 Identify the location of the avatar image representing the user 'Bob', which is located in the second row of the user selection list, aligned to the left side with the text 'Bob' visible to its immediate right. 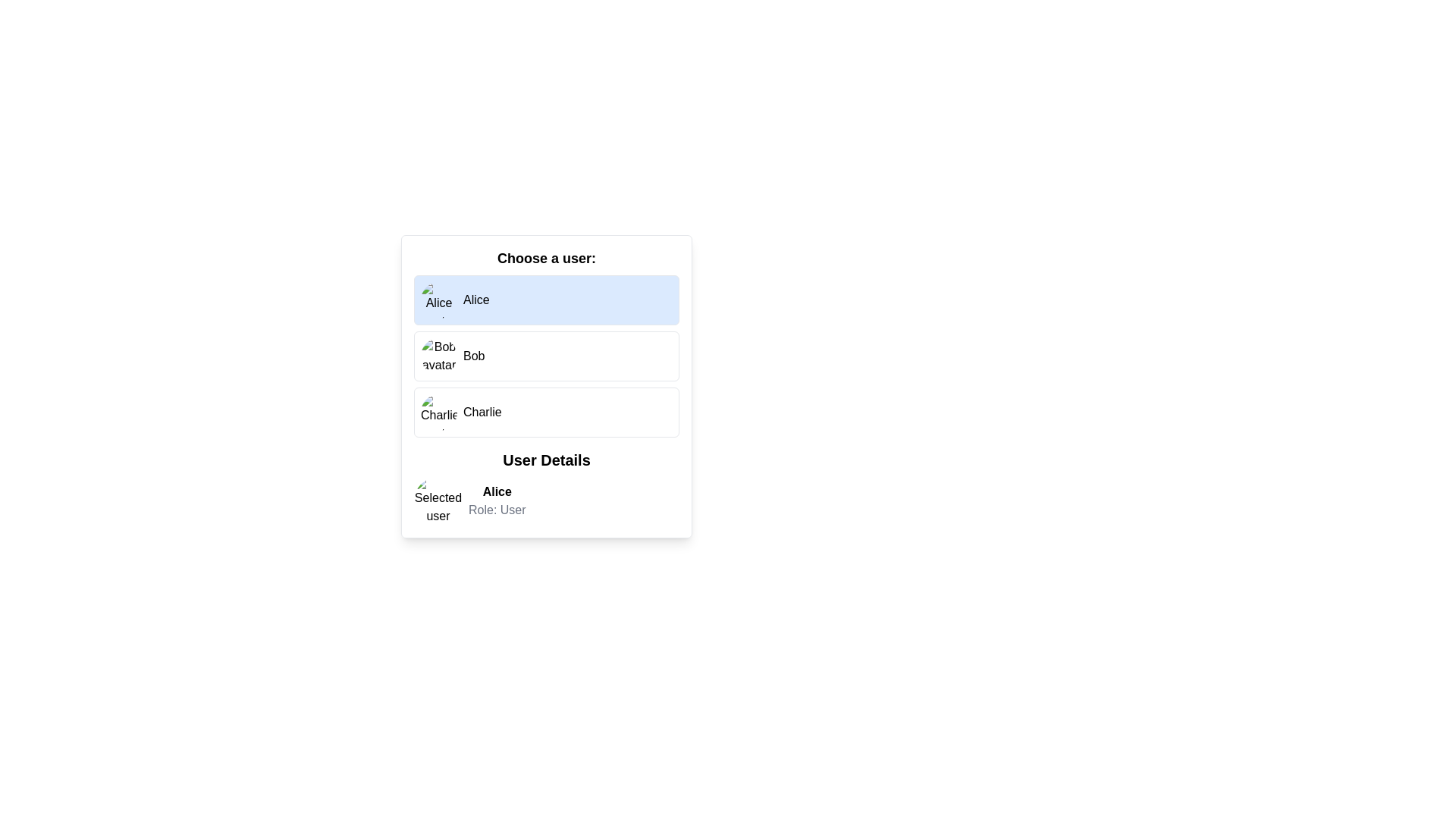
(438, 356).